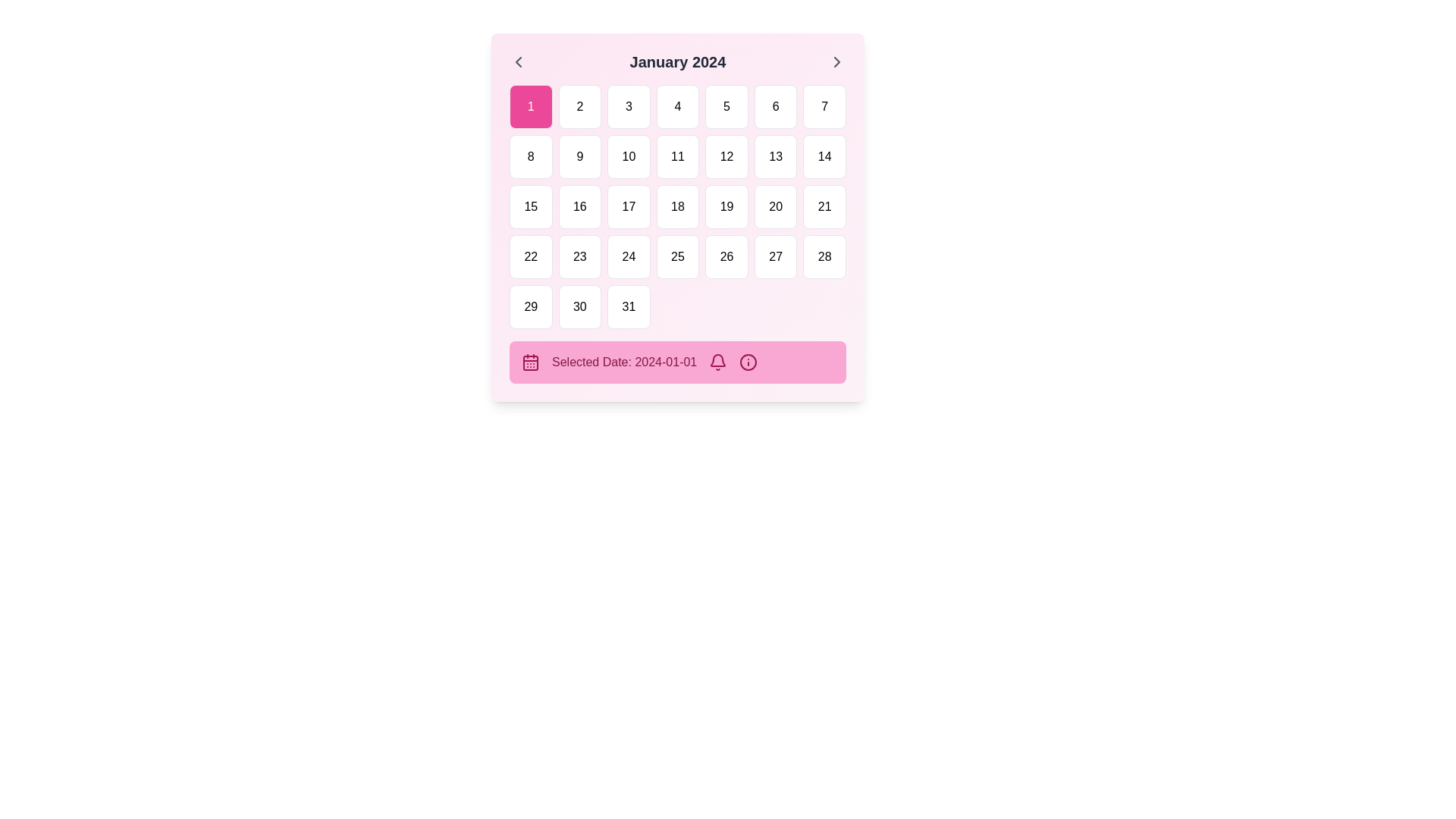 Image resolution: width=1456 pixels, height=819 pixels. What do you see at coordinates (519, 61) in the screenshot?
I see `the backward navigation arrow located near the top-left of the calendar widget, adjacent to the 'January 2024' header` at bounding box center [519, 61].